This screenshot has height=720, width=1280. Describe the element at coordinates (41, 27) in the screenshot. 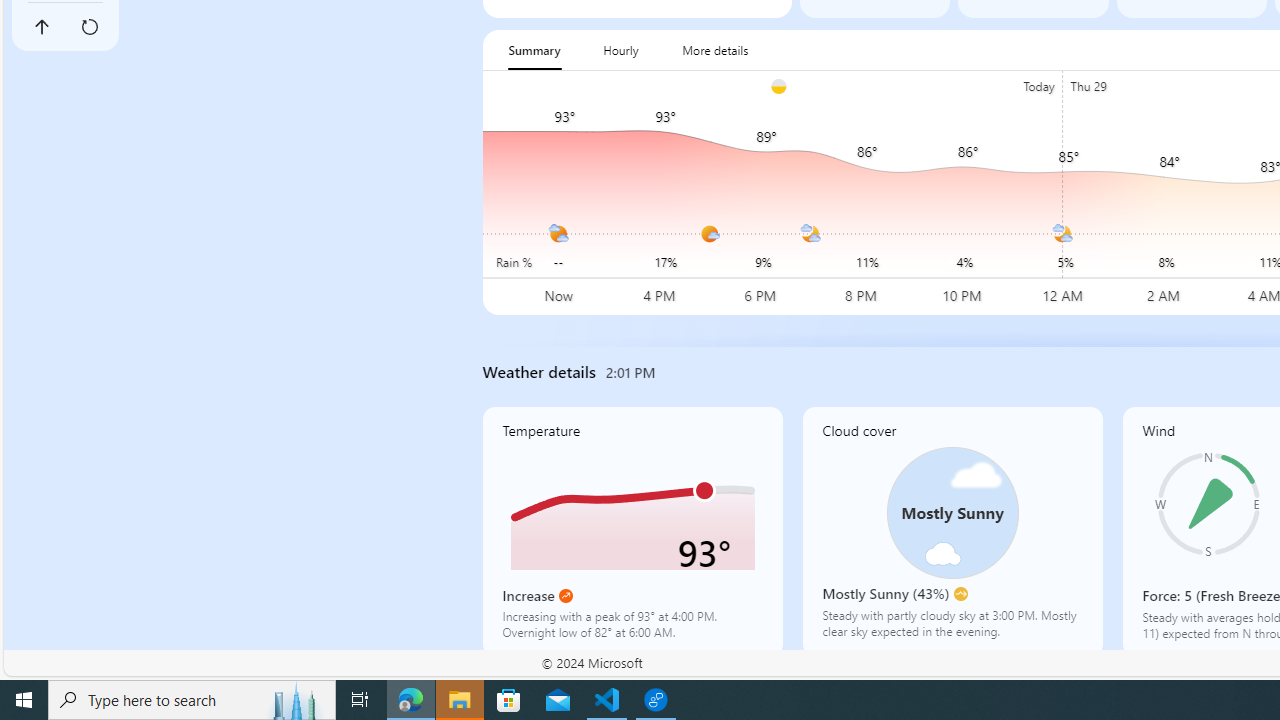

I see `'Back to top'` at that location.